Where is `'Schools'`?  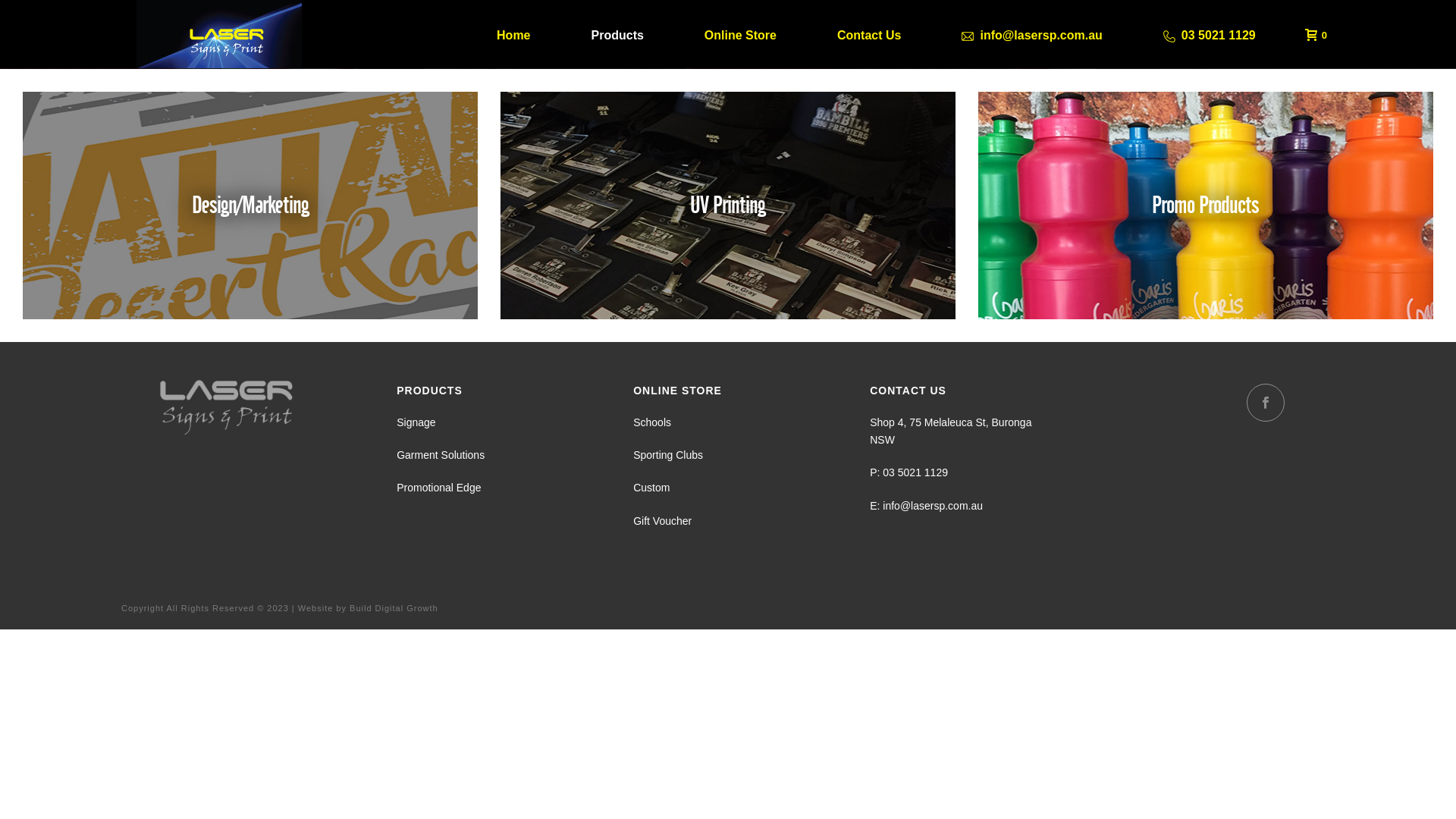 'Schools' is located at coordinates (651, 422).